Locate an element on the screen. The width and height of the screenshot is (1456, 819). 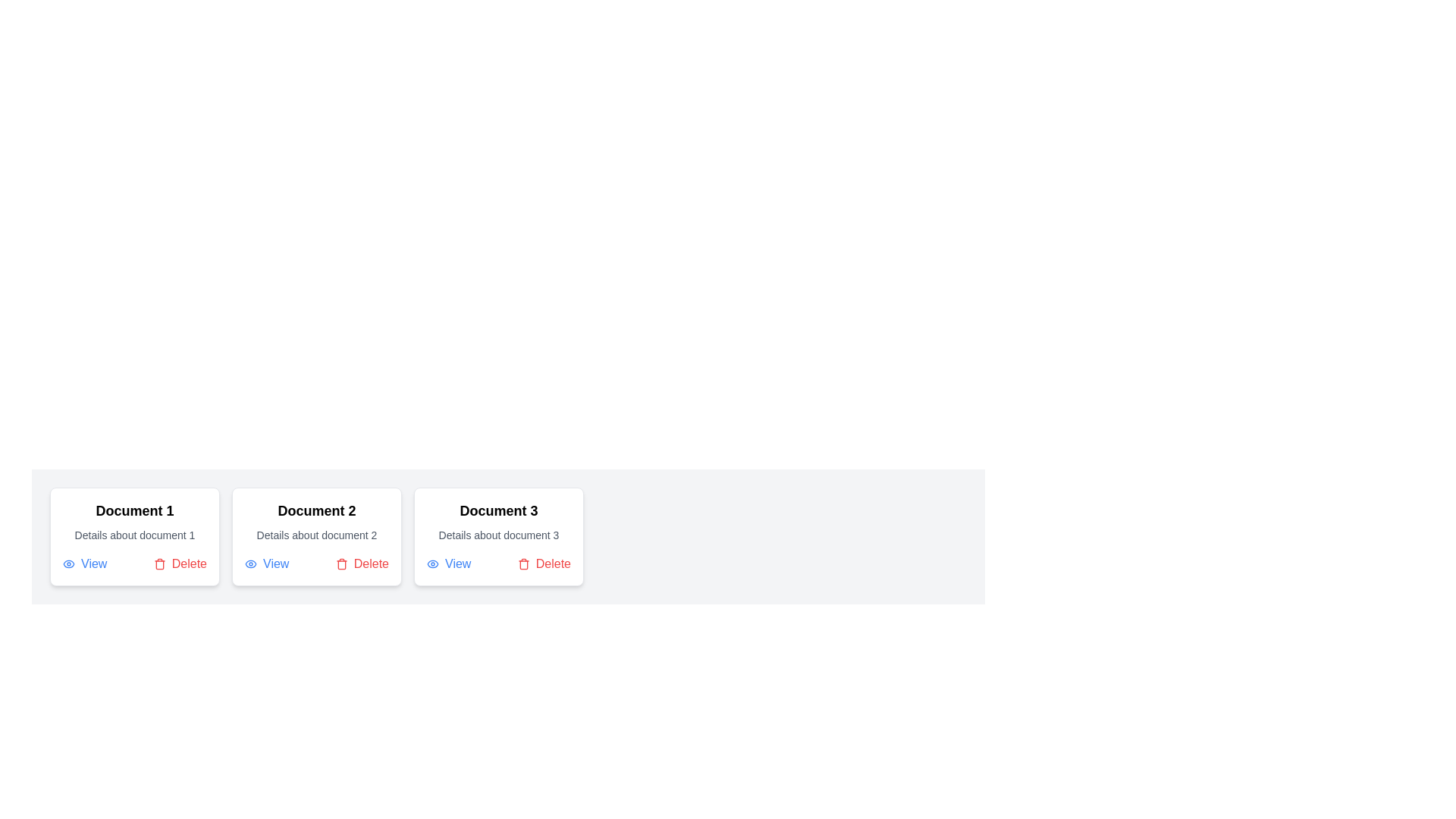
the delete icon located in the bottom-right corner of the 'Document 1' card is located at coordinates (159, 564).